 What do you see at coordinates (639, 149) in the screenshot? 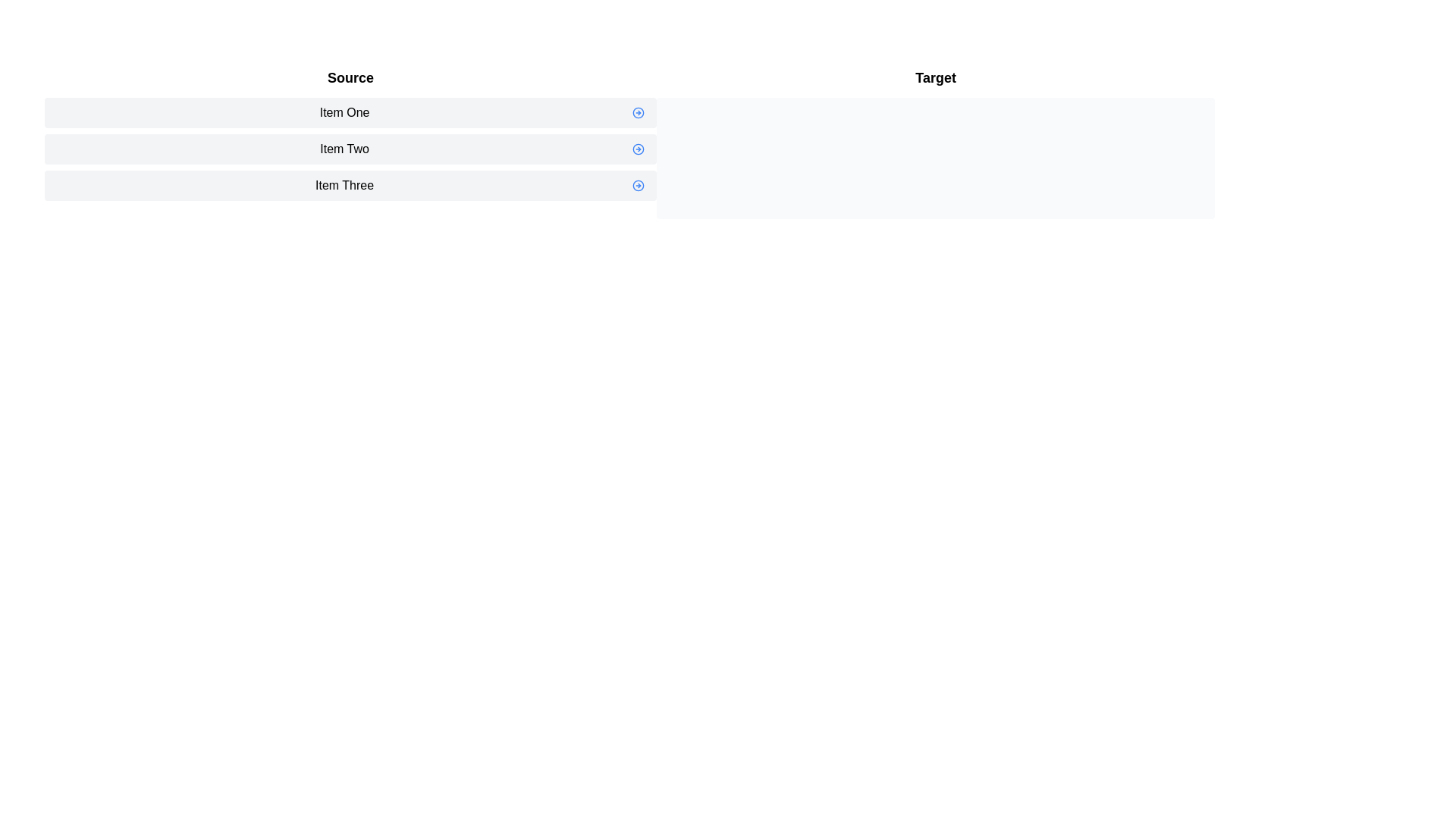
I see `the circular graphic representation within the SVG that is styled with a circular stroke and aligned horizontally next to the text 'Item Two'` at bounding box center [639, 149].